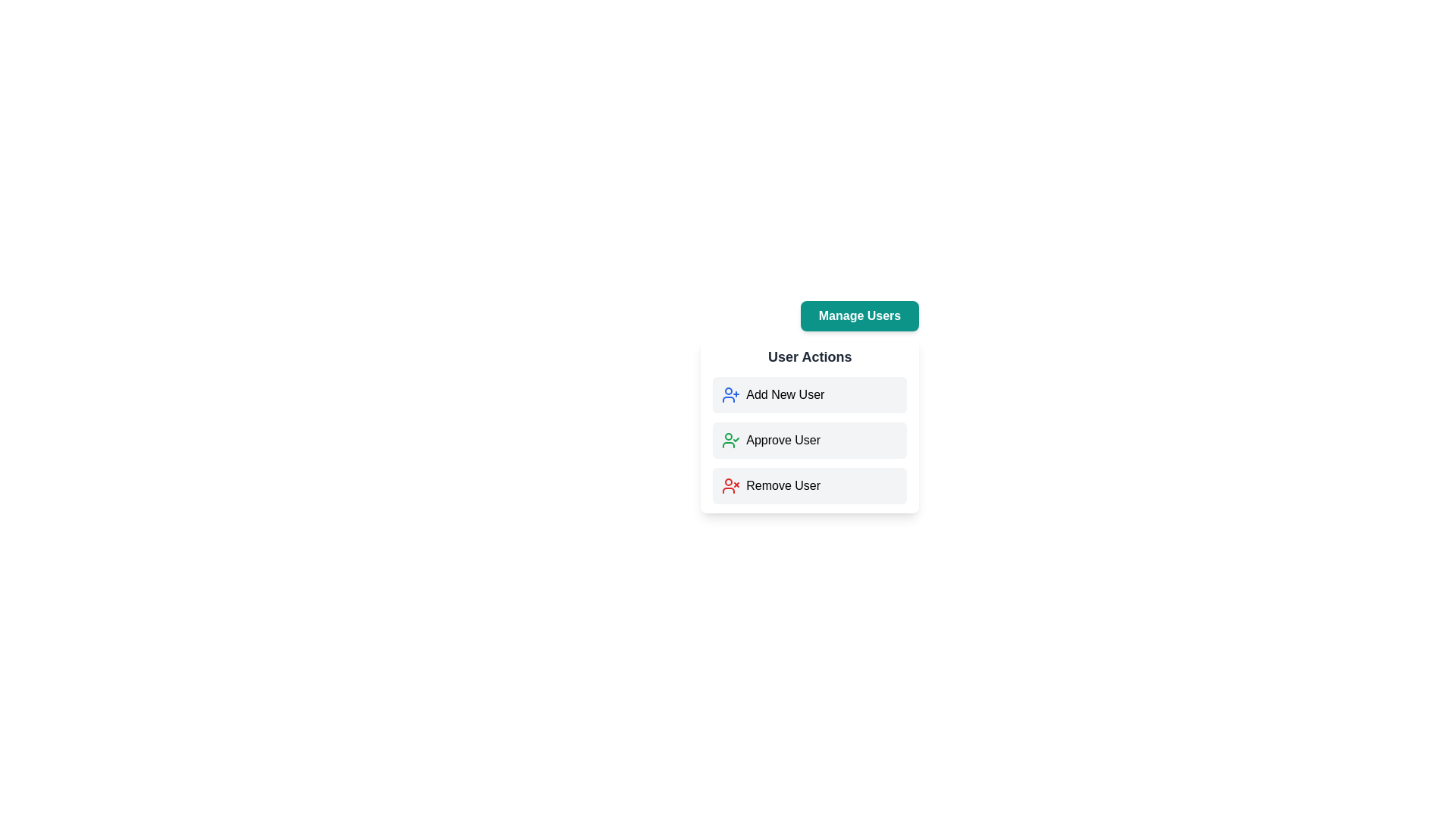 This screenshot has width=1456, height=819. I want to click on text label 'Approve User' located in the second row of user actions, which is visually accompanied by a green icon to its left, so click(783, 441).